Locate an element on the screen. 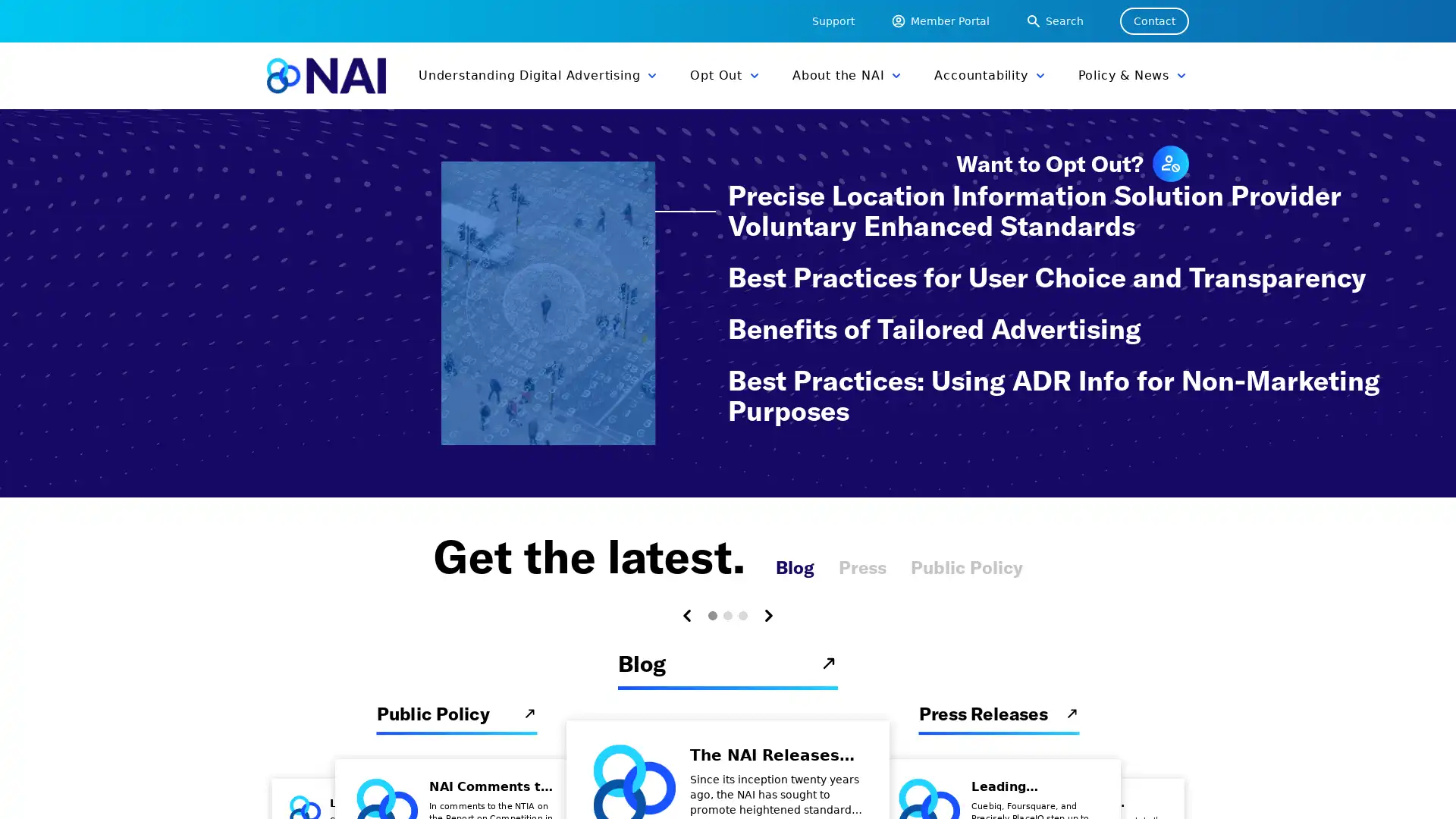  Carousel Page 2 is located at coordinates (728, 616).